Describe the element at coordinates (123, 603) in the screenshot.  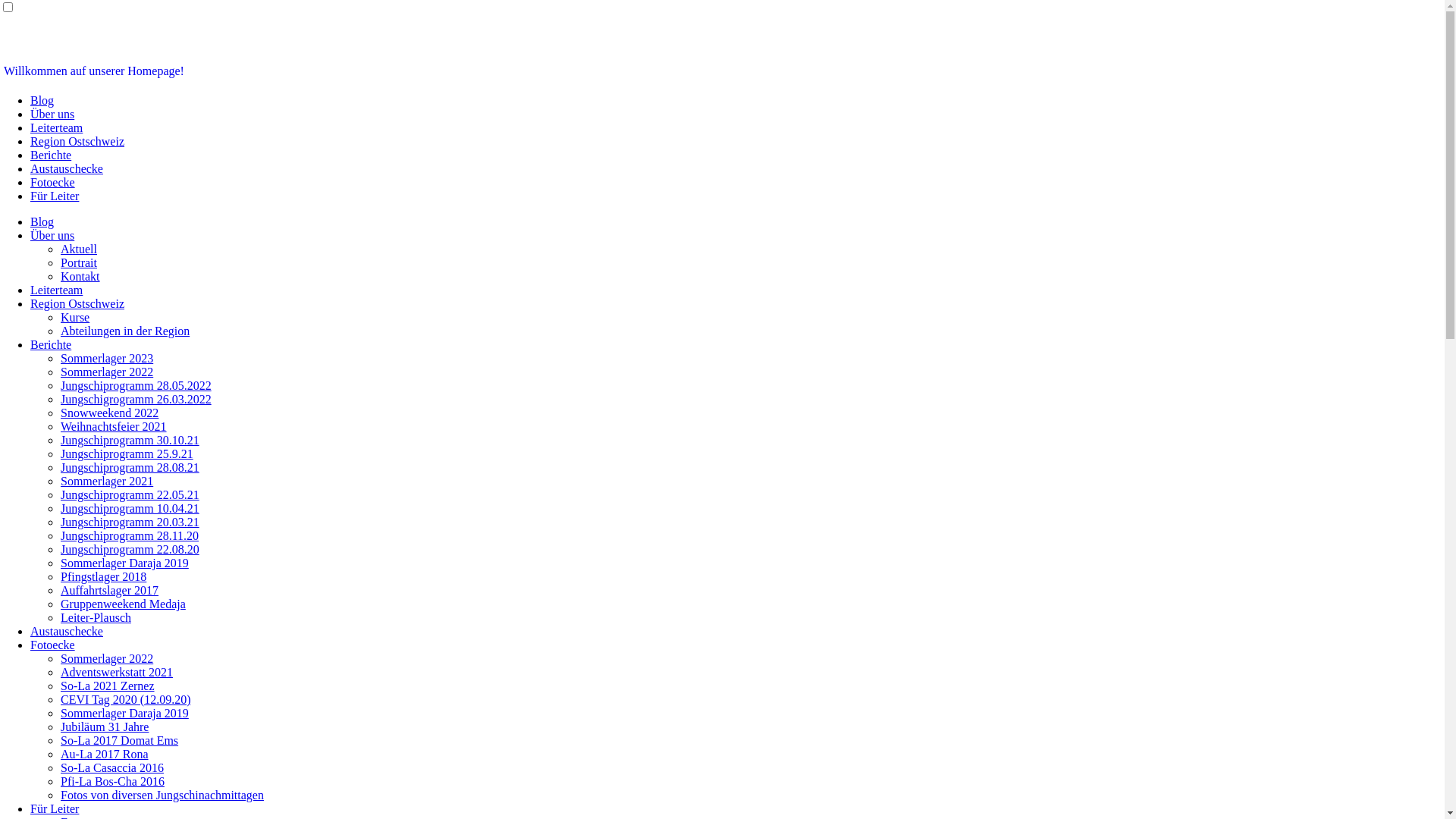
I see `'Gruppenweekend Medaja'` at that location.